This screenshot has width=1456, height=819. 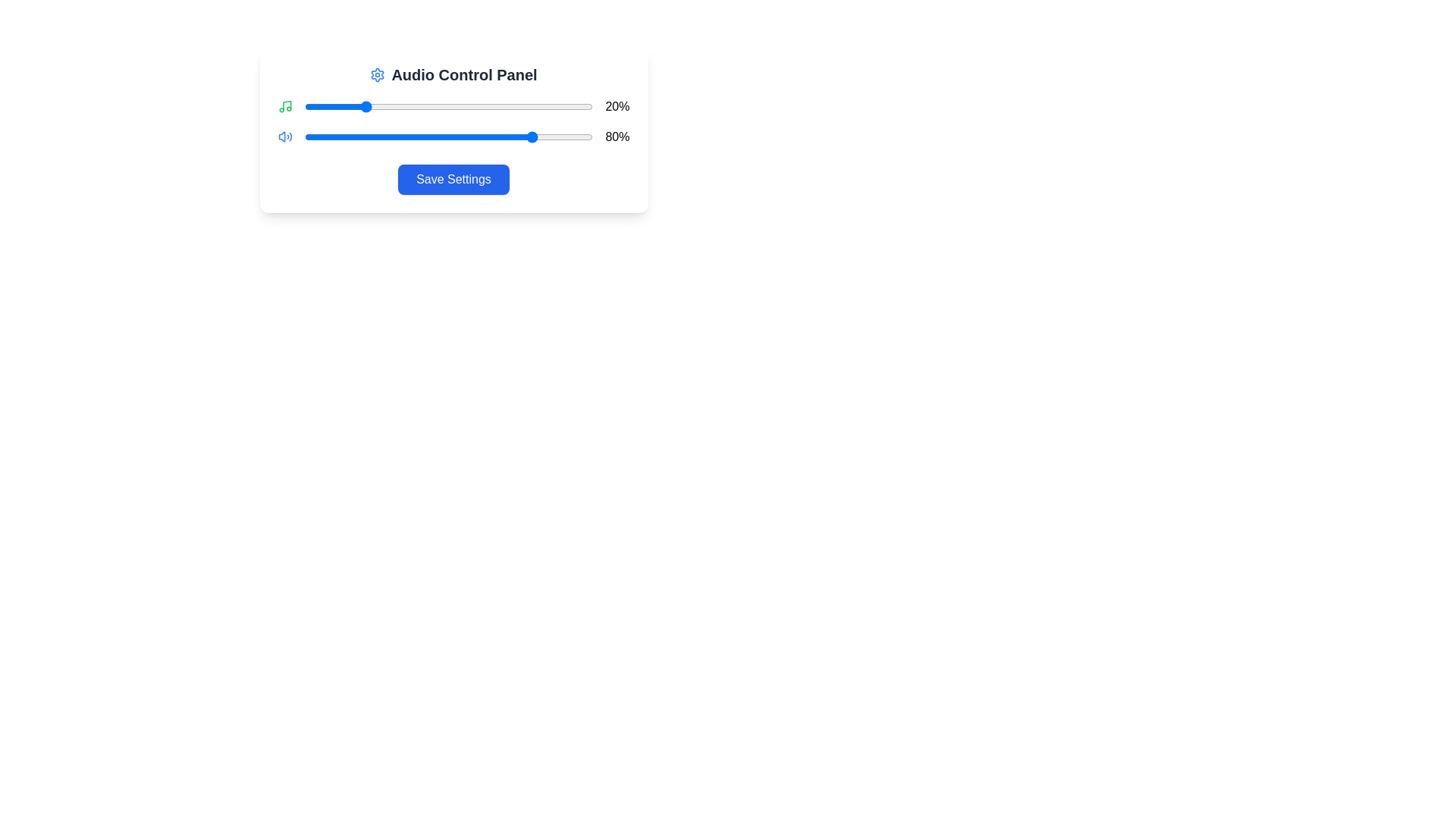 I want to click on the second volume slider to 33%, so click(x=400, y=137).